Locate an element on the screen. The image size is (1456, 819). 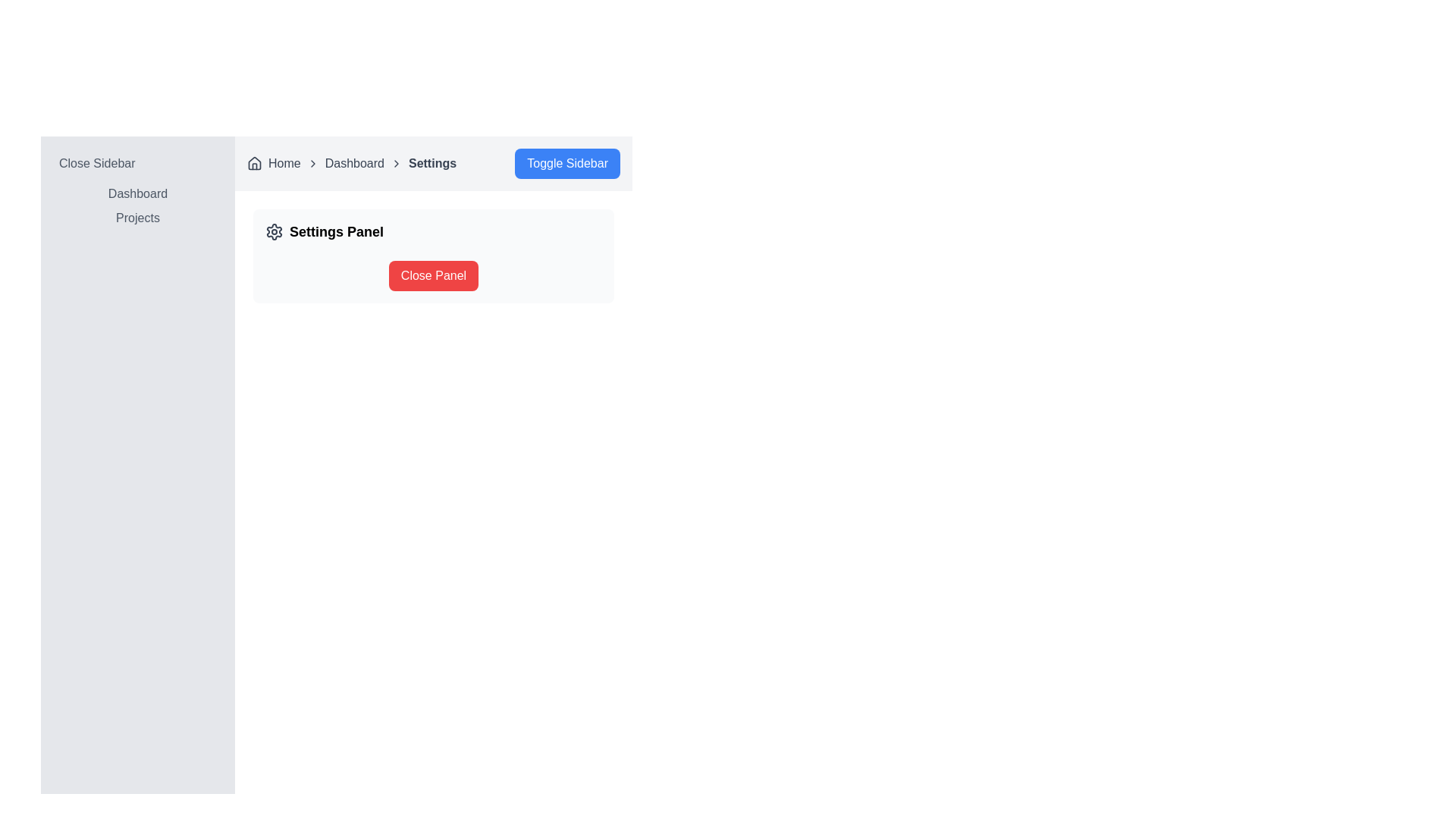
the text display element containing the lines 'Dashboard' and 'Projects' in the sidebar panel is located at coordinates (138, 206).